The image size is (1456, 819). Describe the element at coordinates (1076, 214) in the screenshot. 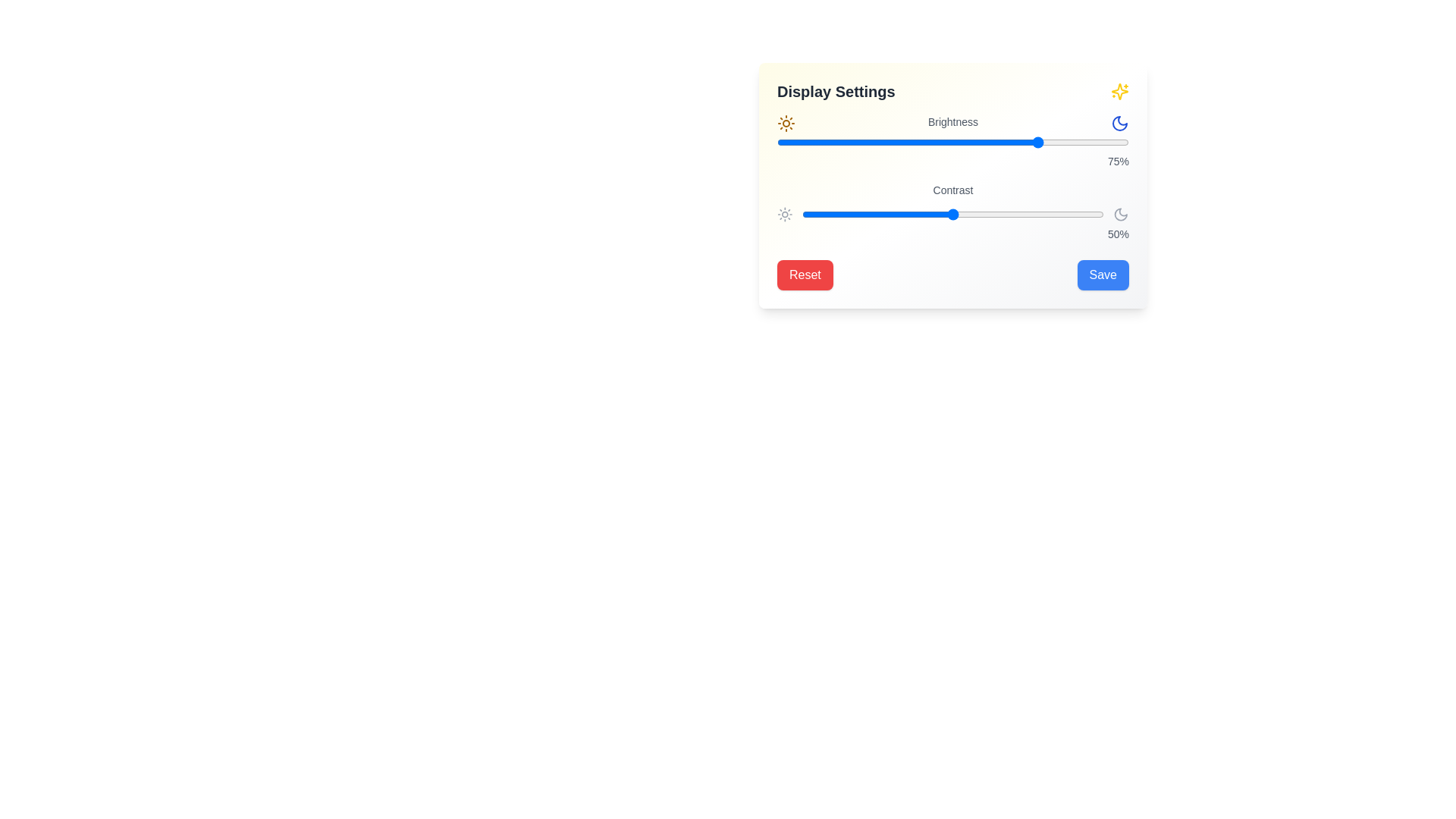

I see `the contrast` at that location.